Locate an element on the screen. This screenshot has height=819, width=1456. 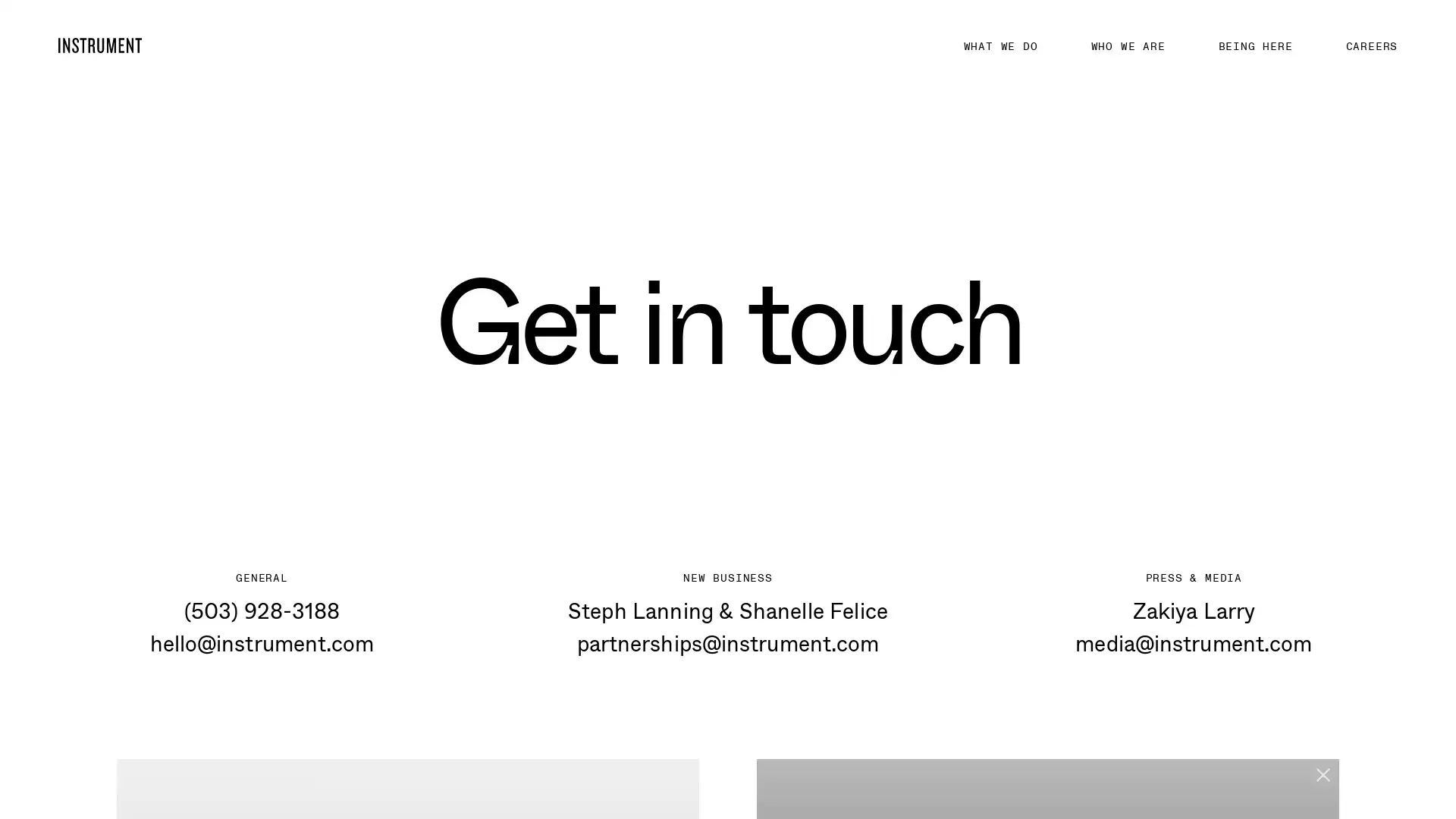
Play/pause inline video is located at coordinates (786, 758).